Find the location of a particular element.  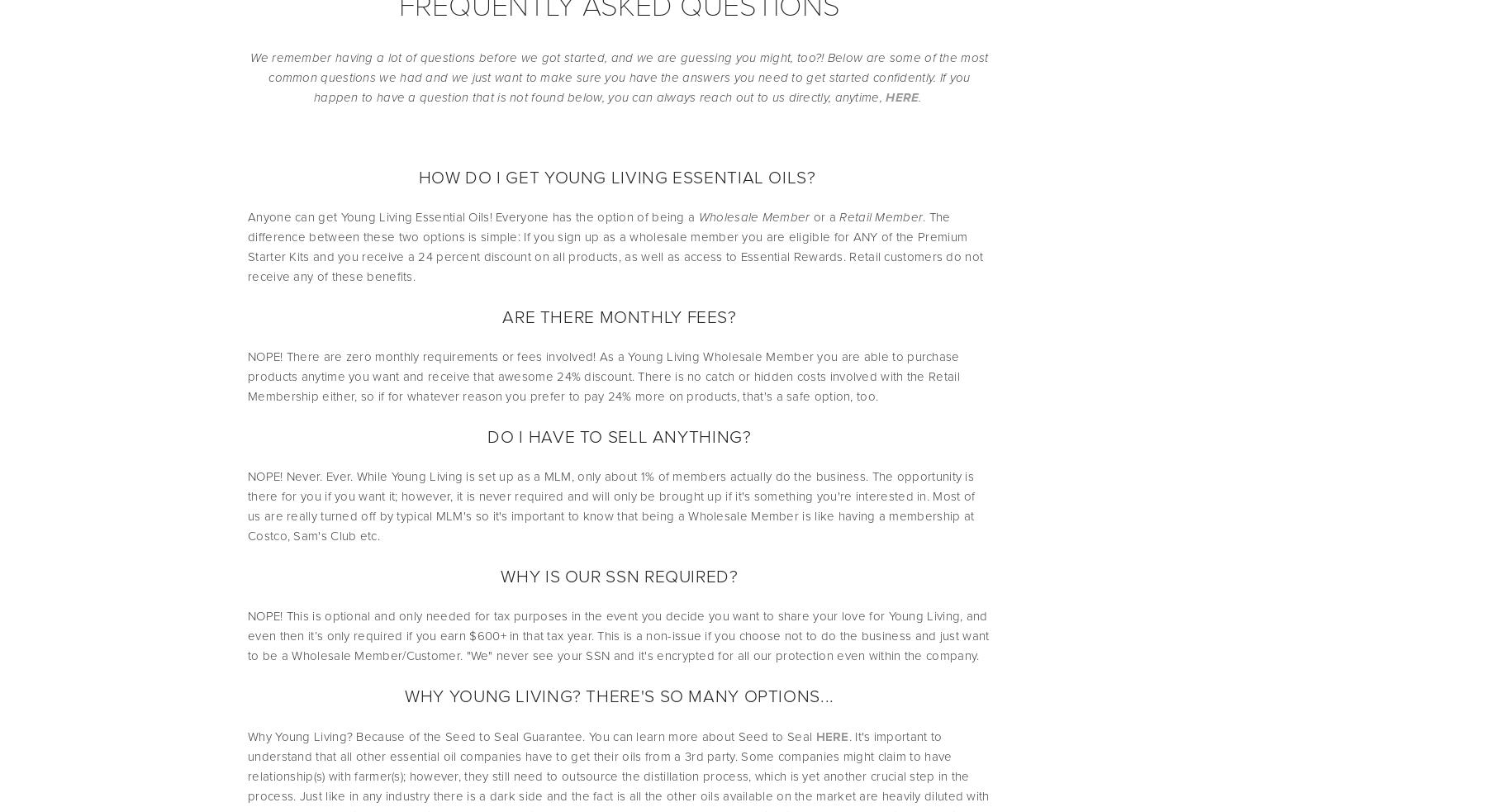

'WHY IS OUR SSN REQUIRED?' is located at coordinates (618, 575).